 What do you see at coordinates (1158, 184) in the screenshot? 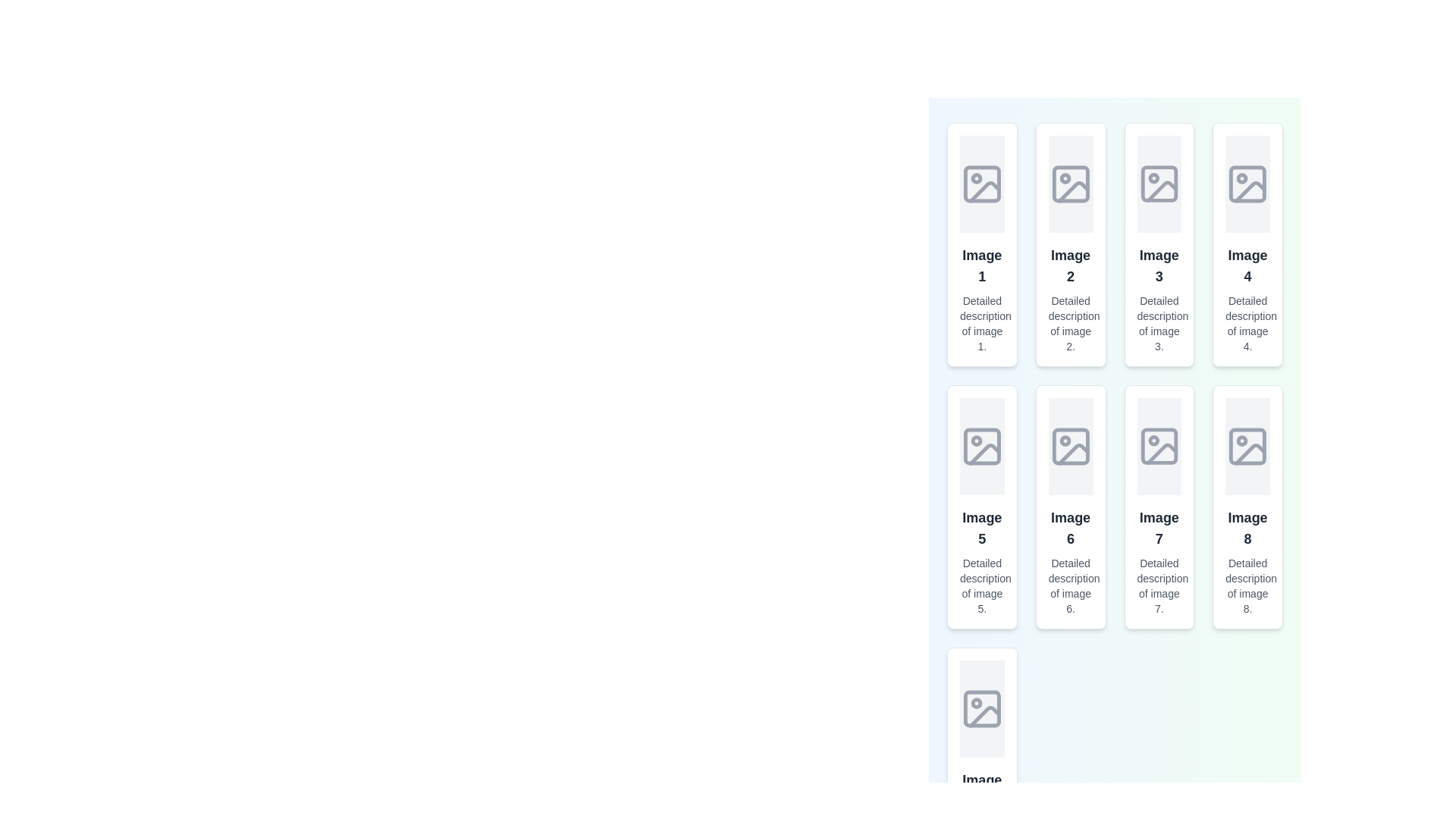
I see `the icon located in the third column of the grid layout, within the first row of image containers` at bounding box center [1158, 184].